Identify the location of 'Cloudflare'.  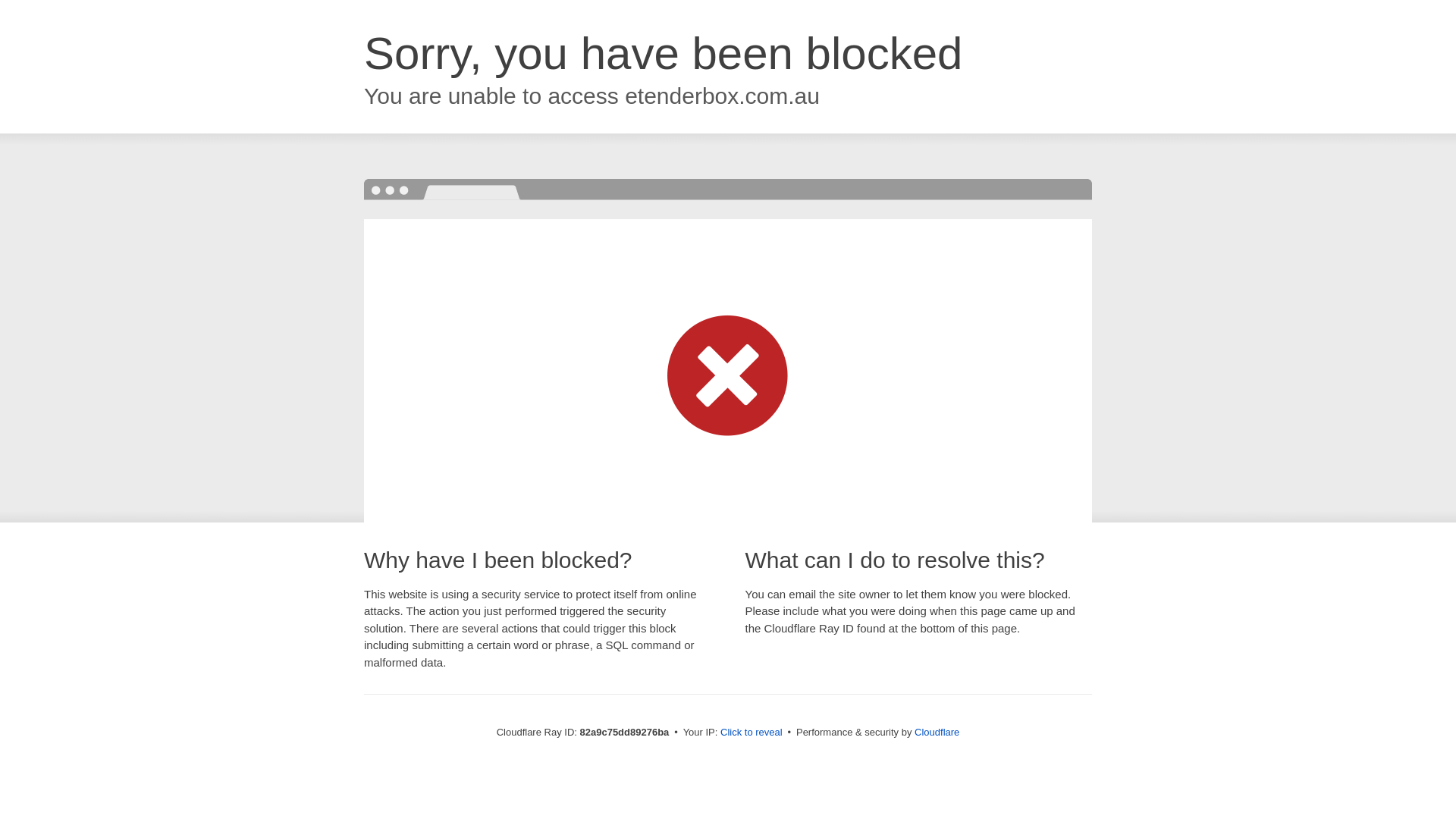
(913, 731).